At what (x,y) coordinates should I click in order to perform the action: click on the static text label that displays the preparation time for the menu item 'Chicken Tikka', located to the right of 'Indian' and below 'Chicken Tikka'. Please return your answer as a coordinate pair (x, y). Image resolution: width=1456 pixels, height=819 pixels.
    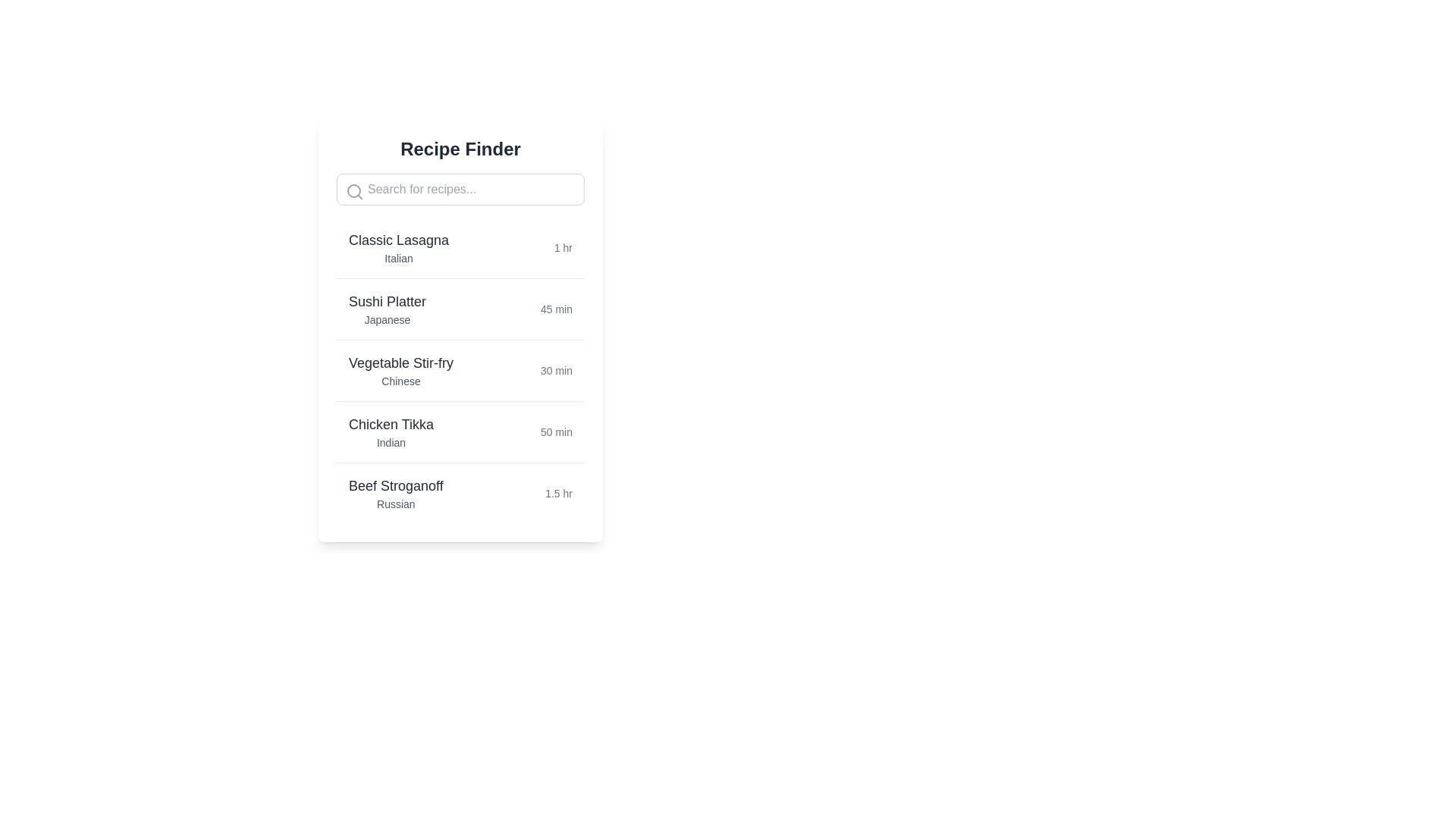
    Looking at the image, I should click on (556, 432).